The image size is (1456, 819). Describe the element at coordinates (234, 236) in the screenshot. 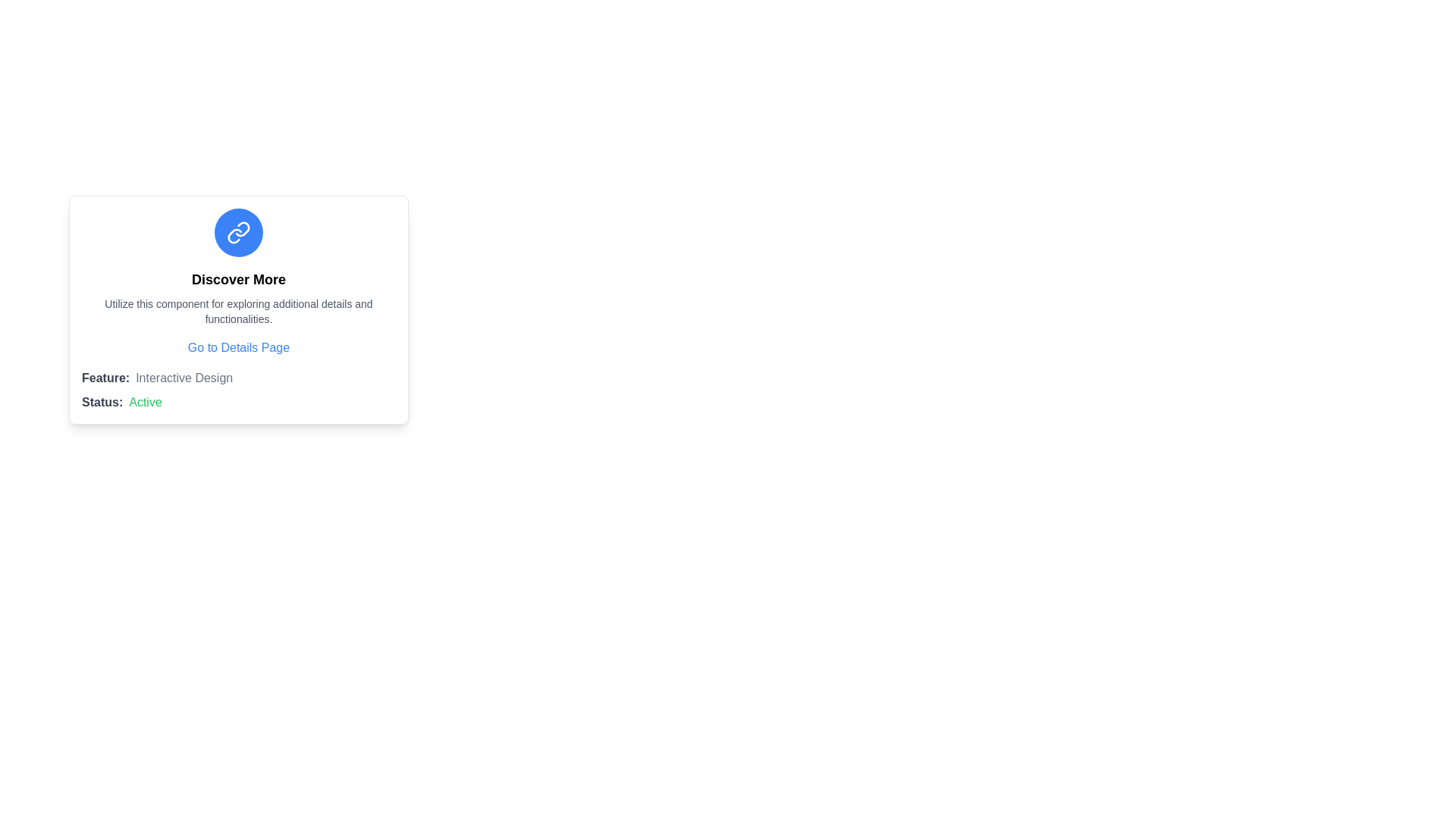

I see `the curved line element of the two-piece link icon, which is styled with a thin stroke and rounded edges, located in the blue circular design at the header of the card` at that location.